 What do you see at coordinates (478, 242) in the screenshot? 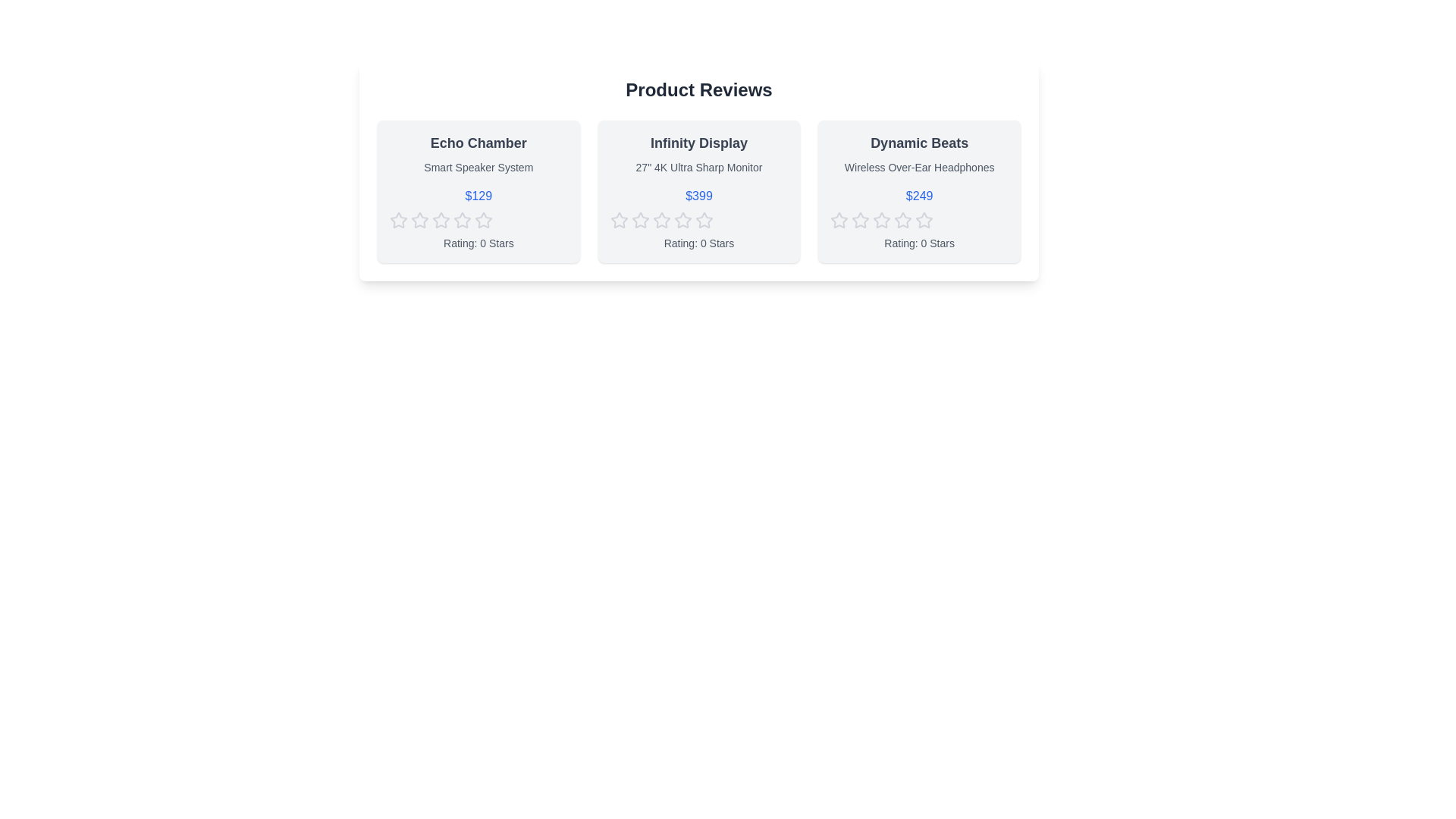
I see `the text label displaying 'Rating: 0 Stars' located at the bottom of the product card for 'Echo Chamber'` at bounding box center [478, 242].